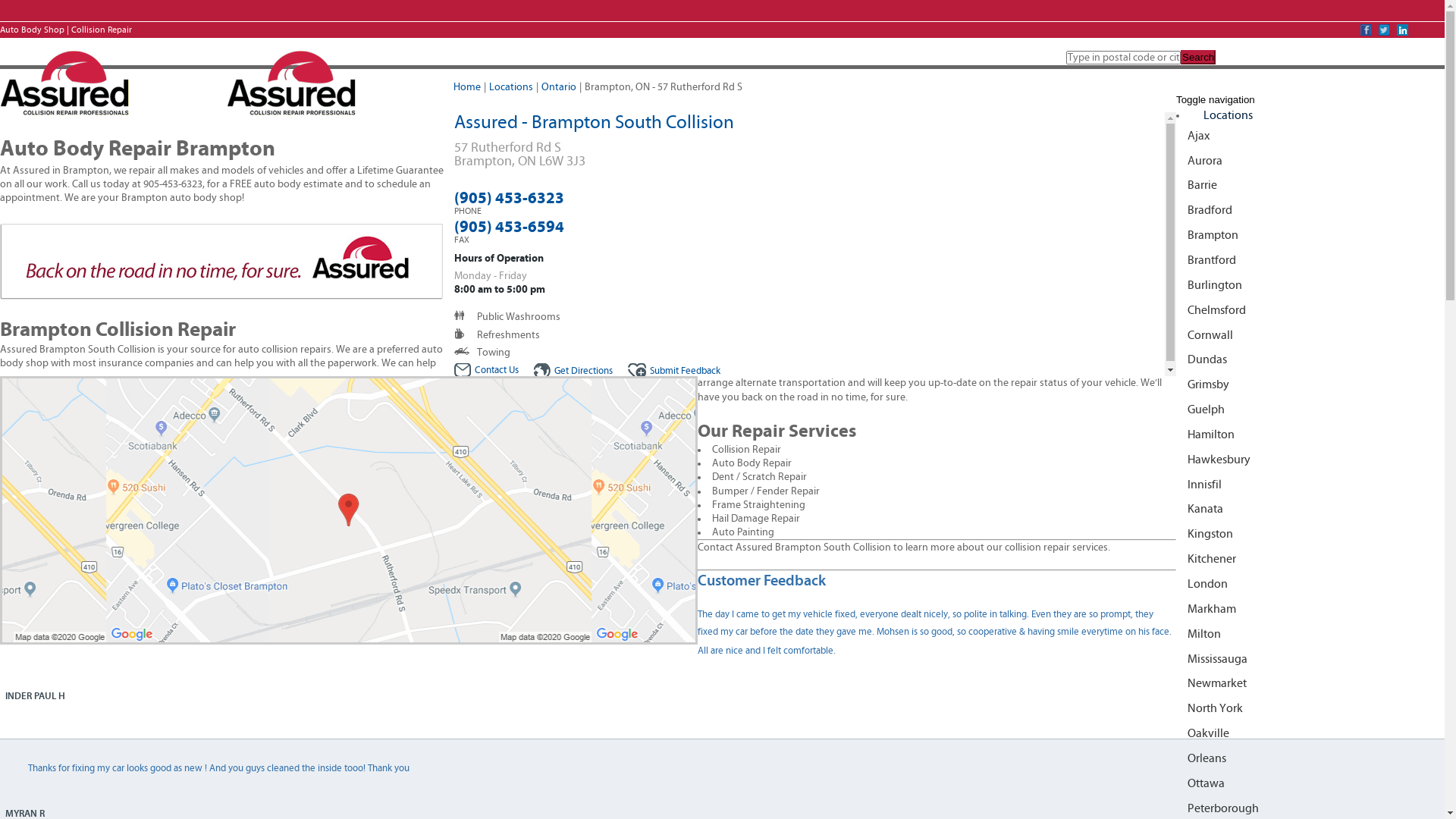 The image size is (1456, 819). I want to click on 'Get Directions', so click(534, 371).